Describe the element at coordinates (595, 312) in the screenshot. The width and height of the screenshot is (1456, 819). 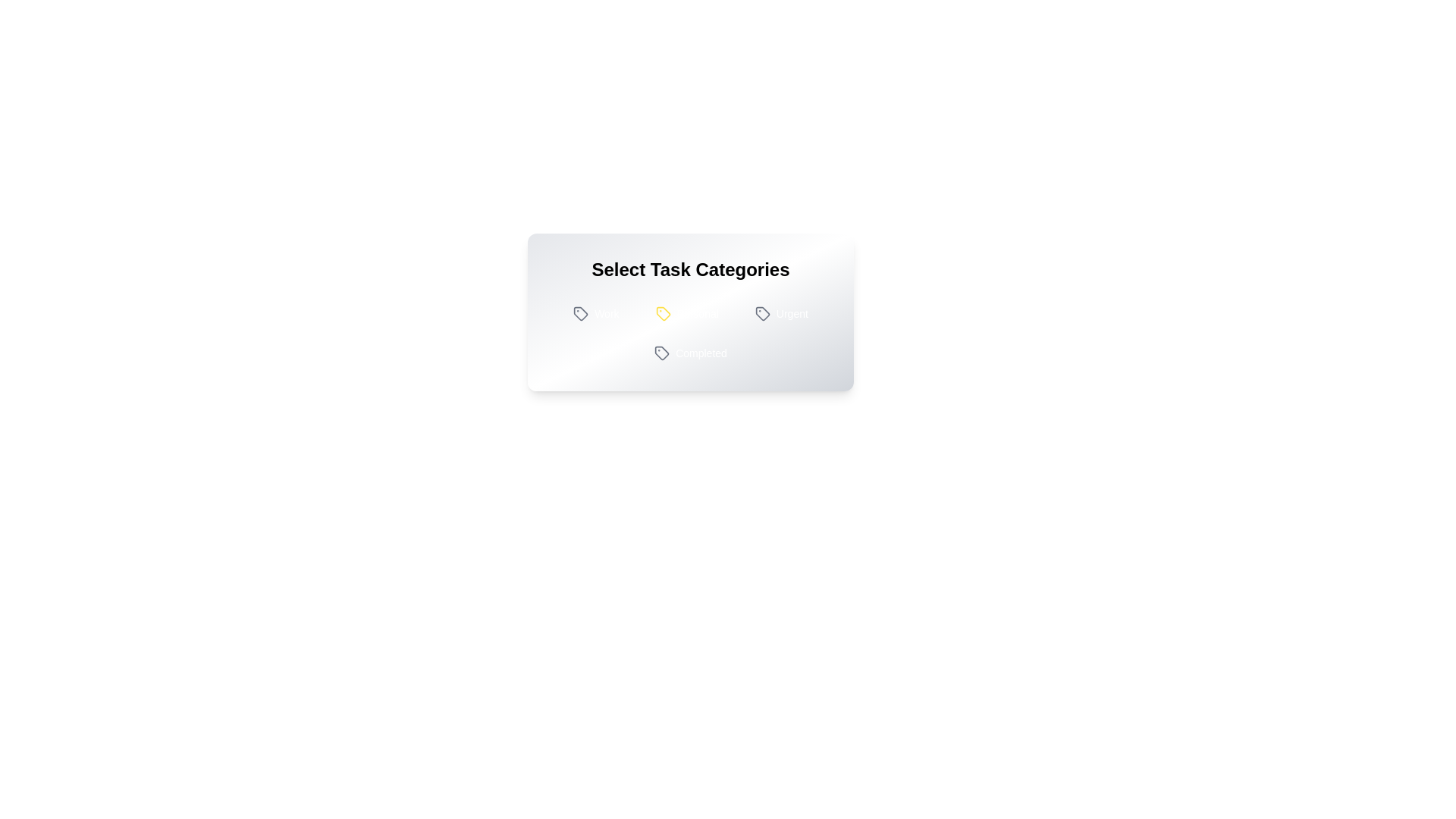
I see `the category chip labeled Work` at that location.